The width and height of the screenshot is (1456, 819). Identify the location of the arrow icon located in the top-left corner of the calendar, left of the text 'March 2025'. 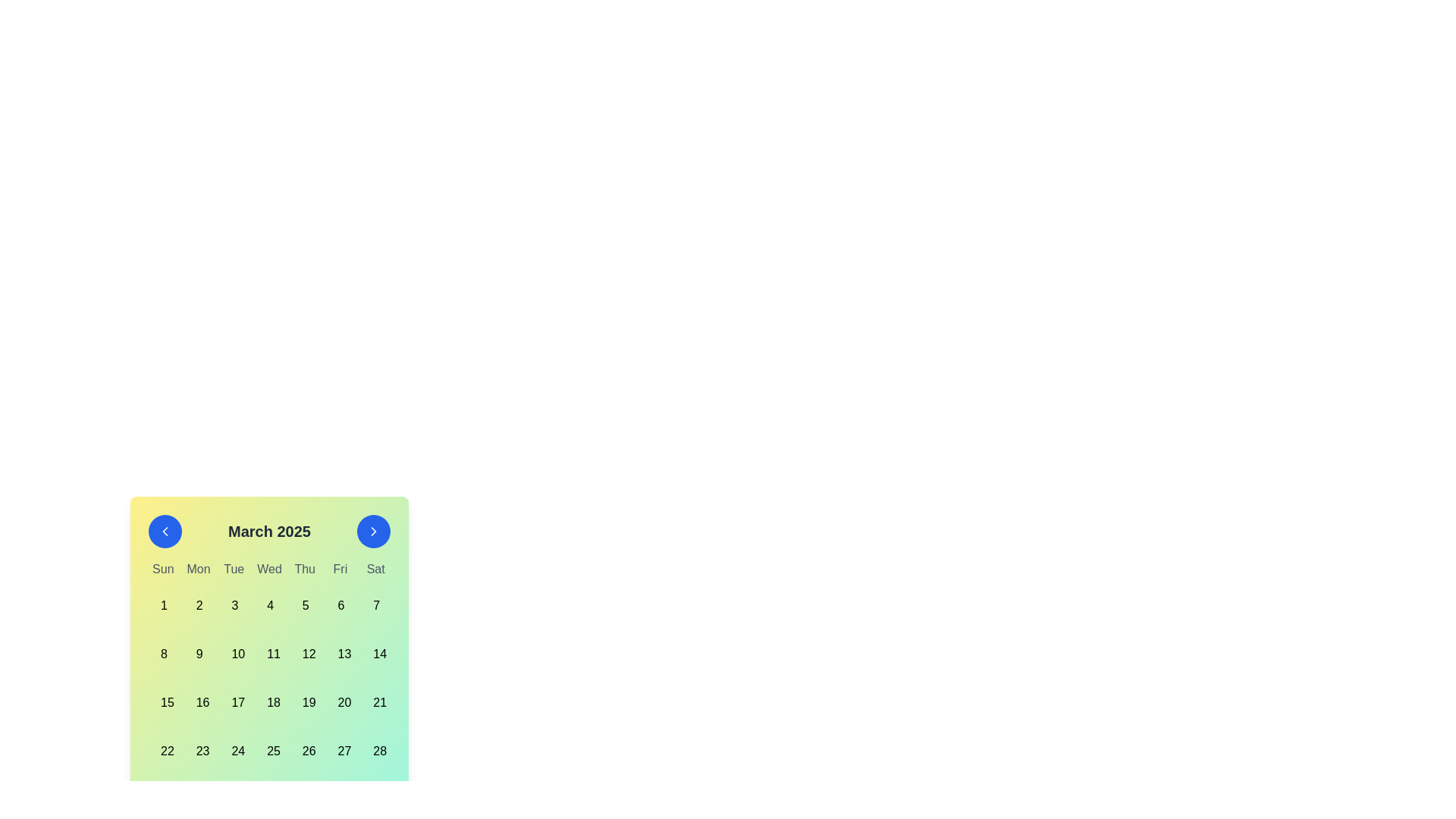
(165, 531).